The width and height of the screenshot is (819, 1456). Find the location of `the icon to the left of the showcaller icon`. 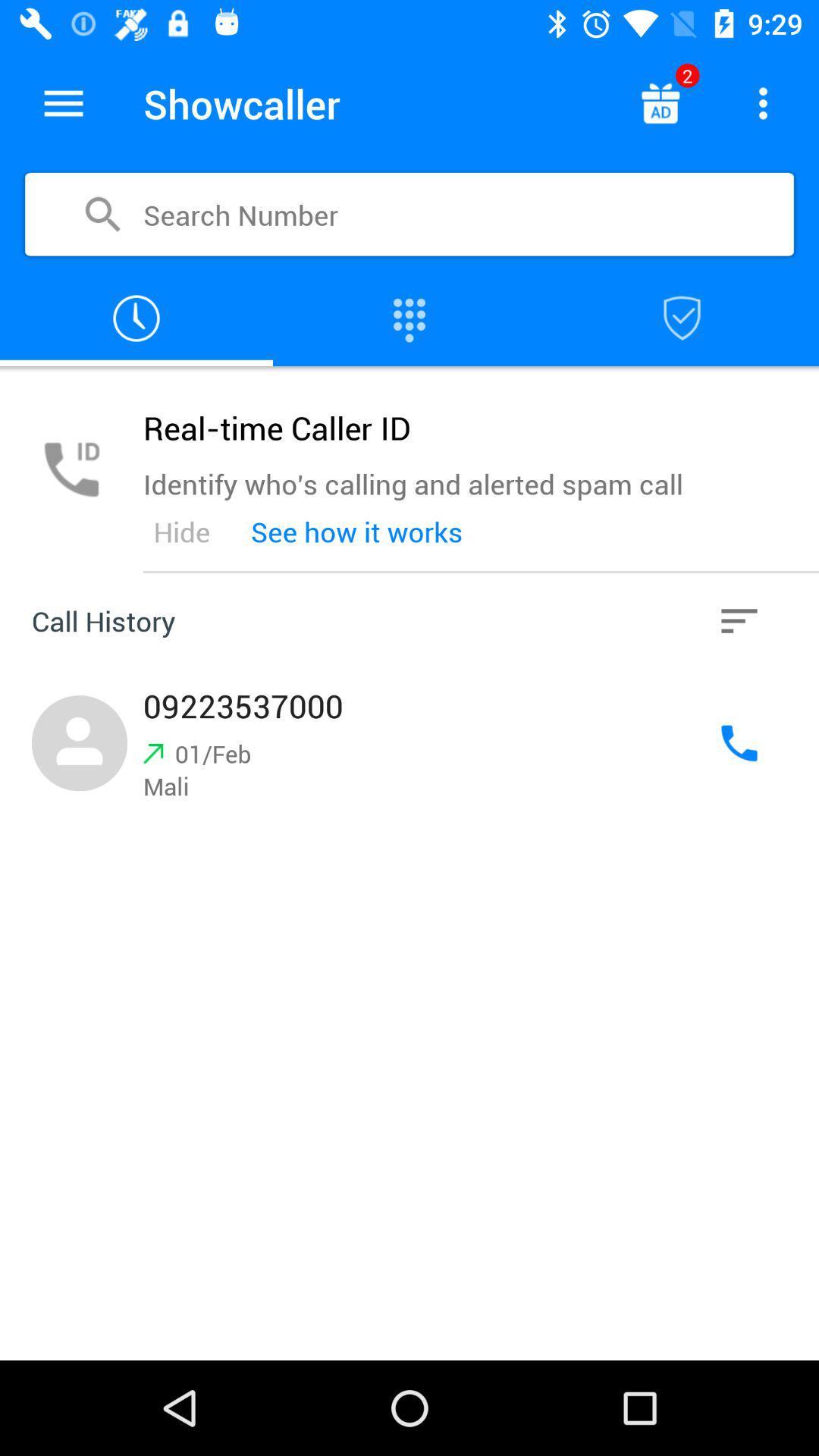

the icon to the left of the showcaller icon is located at coordinates (63, 102).